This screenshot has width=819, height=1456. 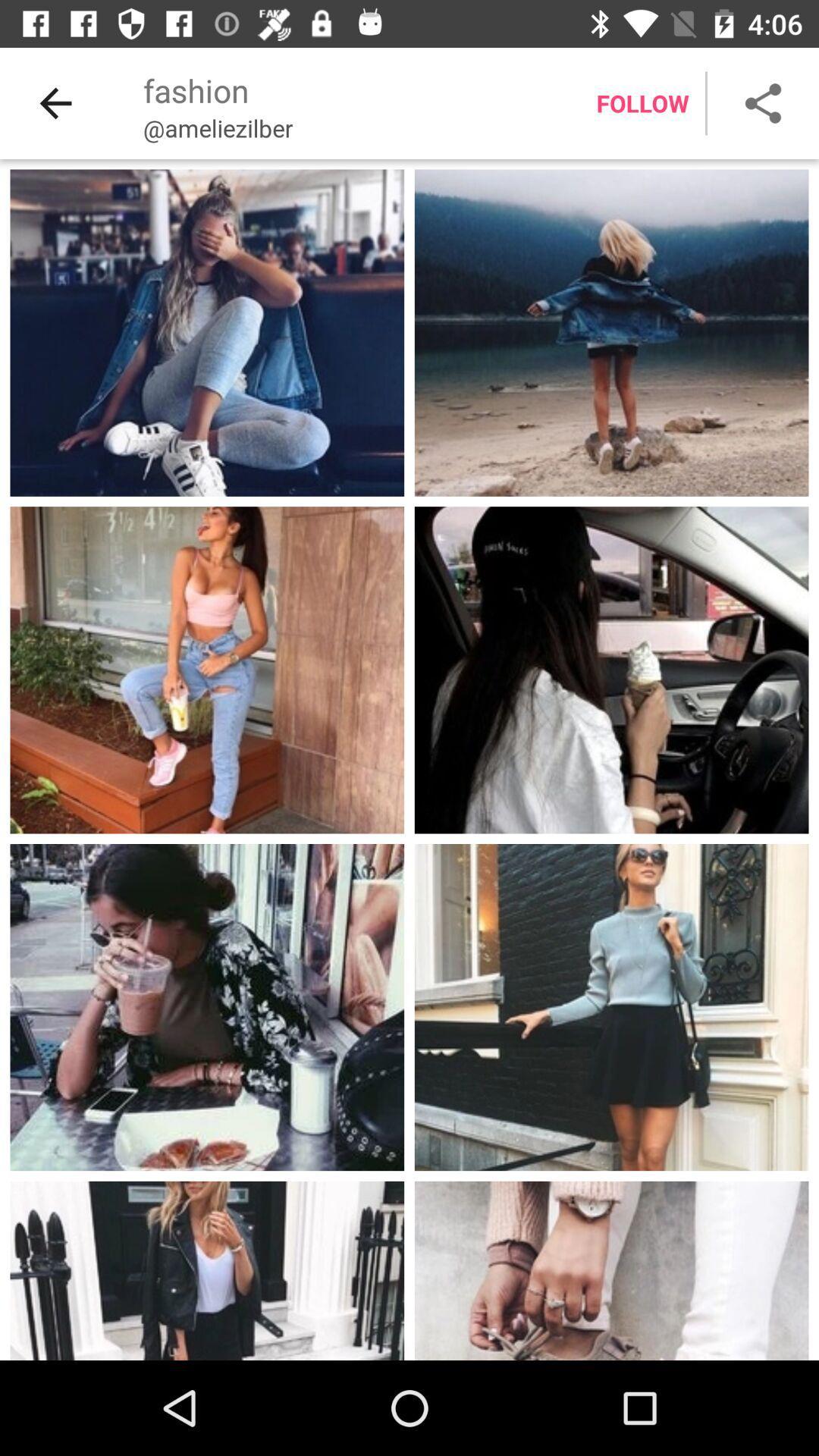 I want to click on follow, so click(x=642, y=102).